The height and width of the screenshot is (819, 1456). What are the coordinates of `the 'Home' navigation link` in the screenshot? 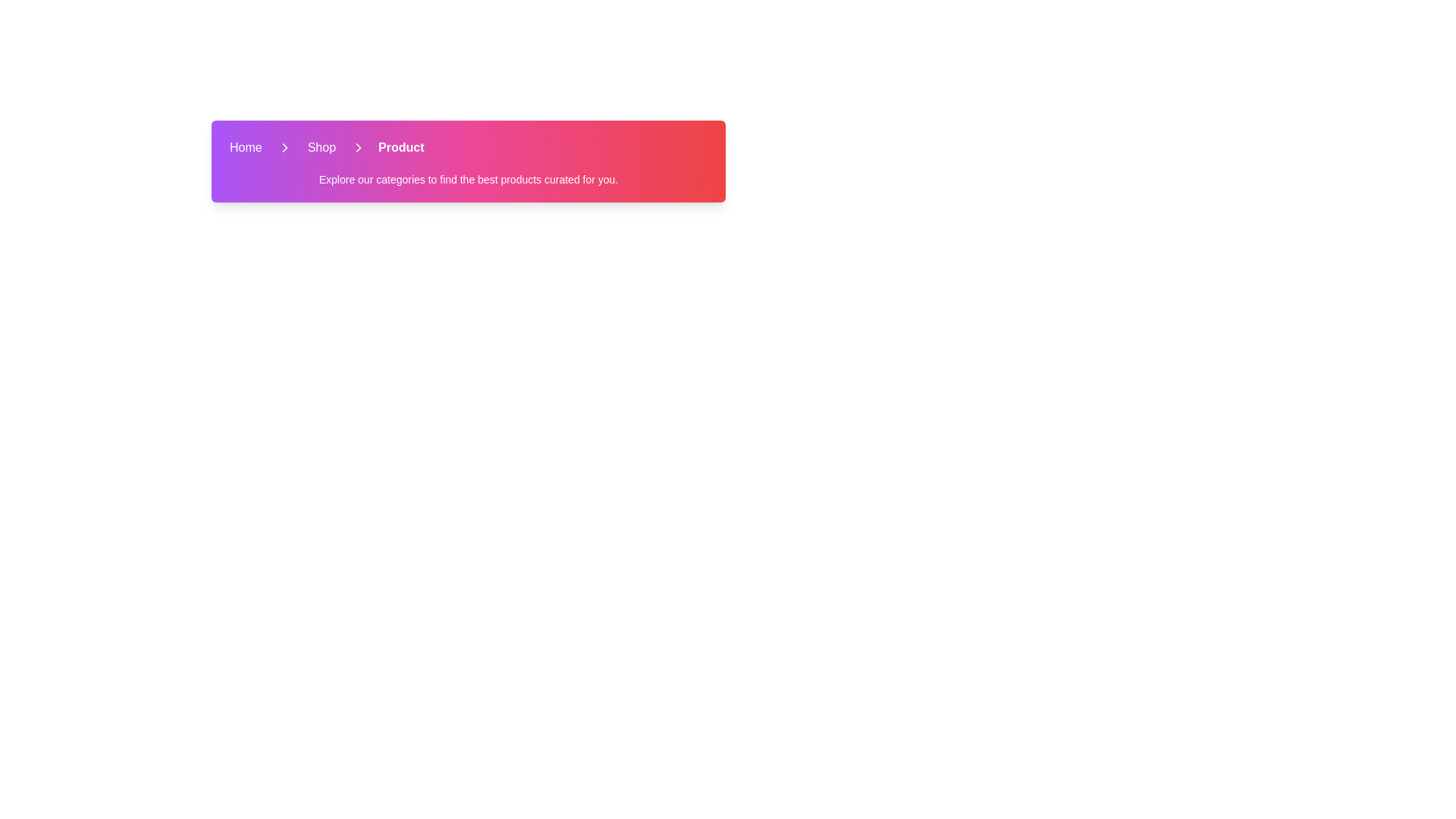 It's located at (246, 148).